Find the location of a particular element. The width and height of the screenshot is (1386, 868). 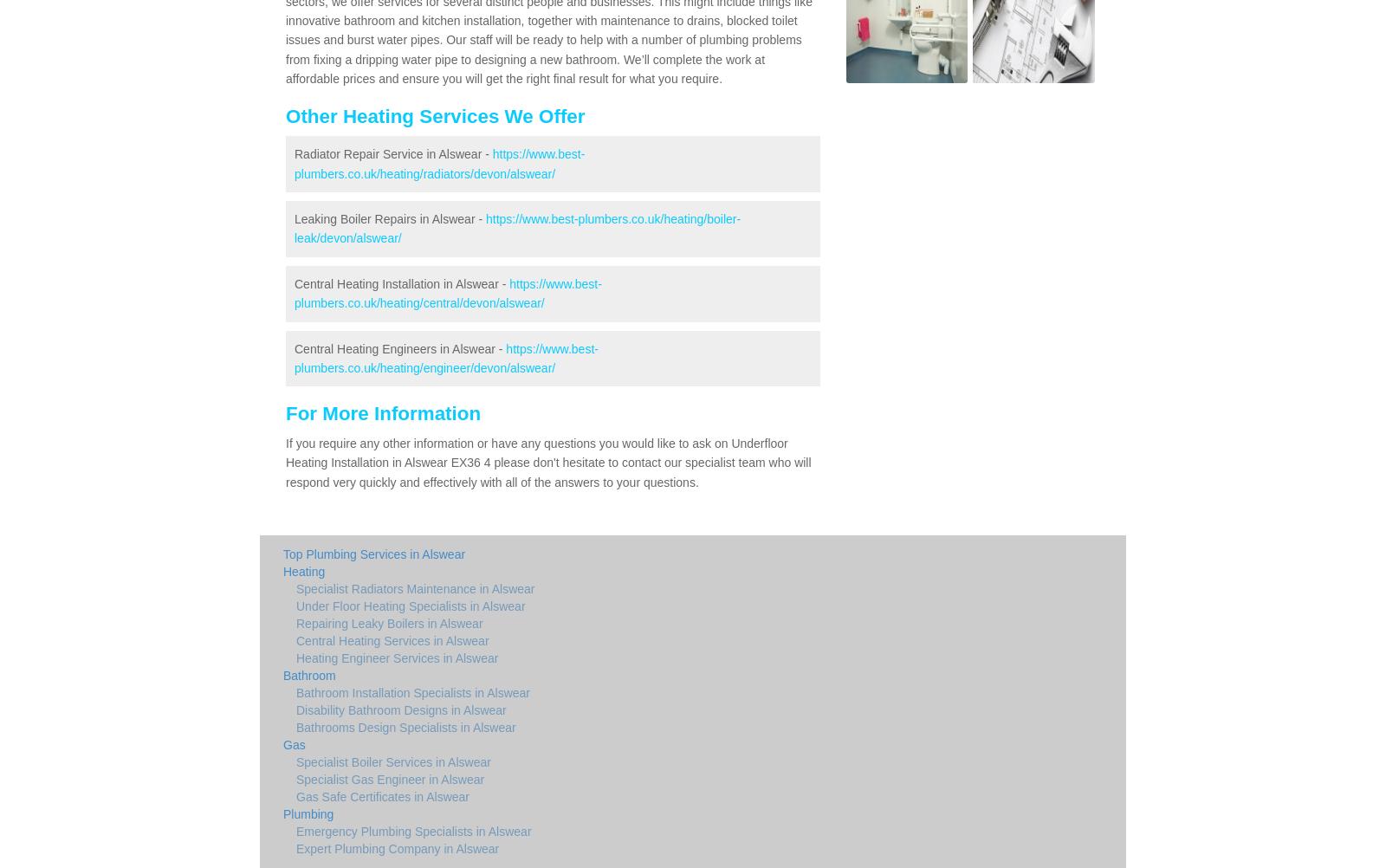

'https://www.best-plumbers.co.uk/heating/radiators/devon/alswear/' is located at coordinates (438, 163).